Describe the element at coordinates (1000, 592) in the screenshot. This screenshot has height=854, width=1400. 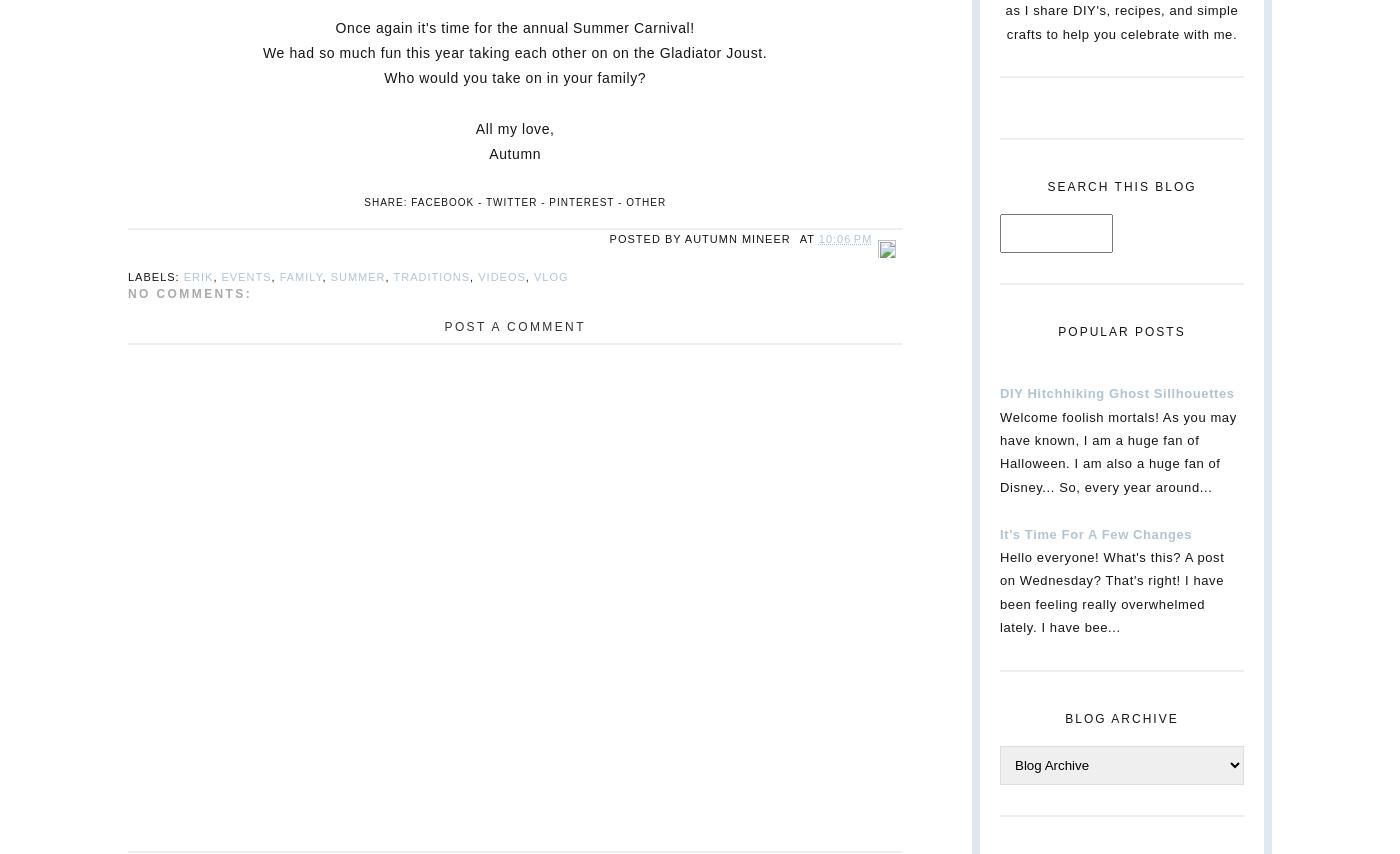
I see `'Hello everyone!   What's this?   A post on Wednesday?   That's right!   I have been feeling really overwhelmed lately.   I have bee...'` at that location.